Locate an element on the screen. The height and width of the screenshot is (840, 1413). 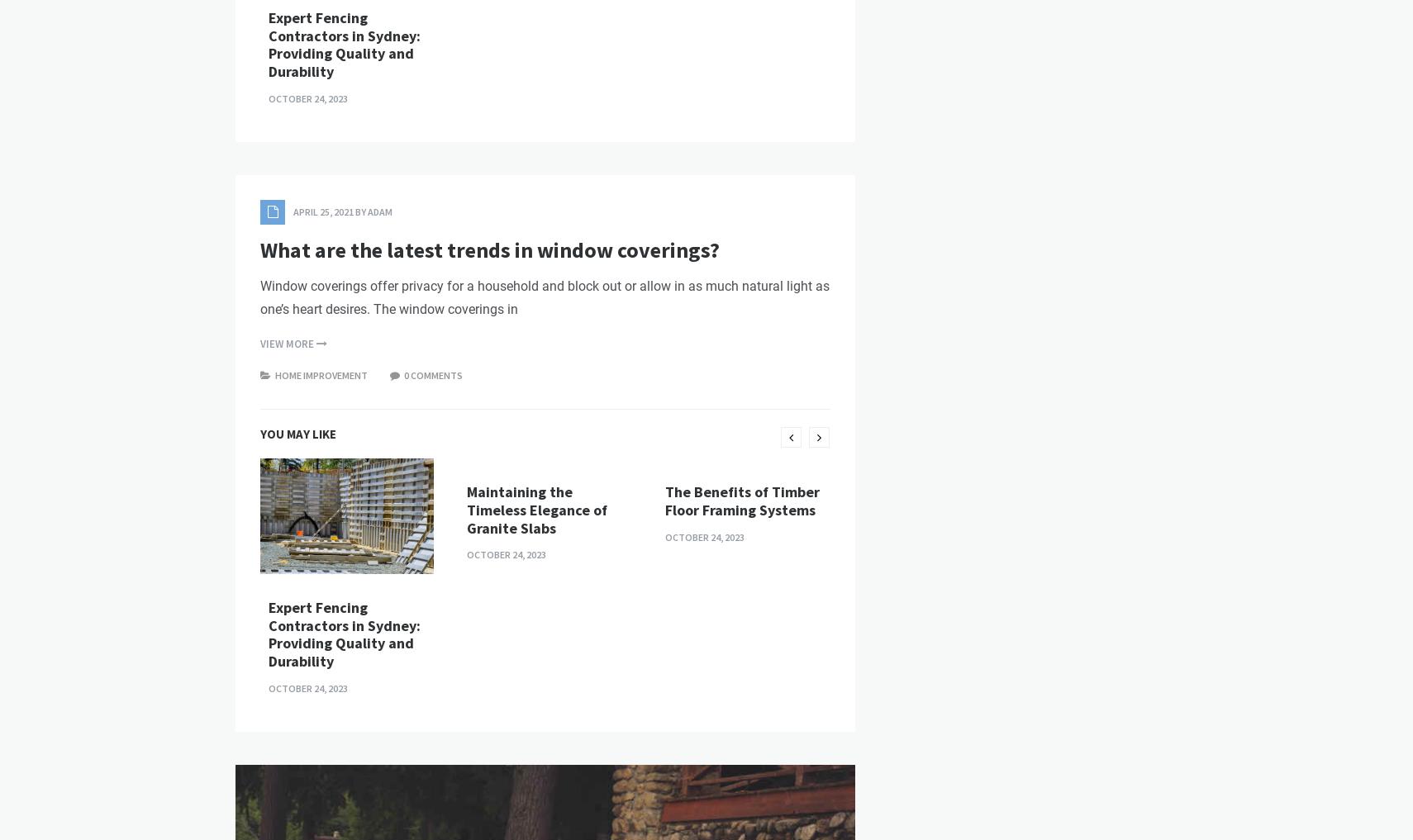
'by' is located at coordinates (360, 492).